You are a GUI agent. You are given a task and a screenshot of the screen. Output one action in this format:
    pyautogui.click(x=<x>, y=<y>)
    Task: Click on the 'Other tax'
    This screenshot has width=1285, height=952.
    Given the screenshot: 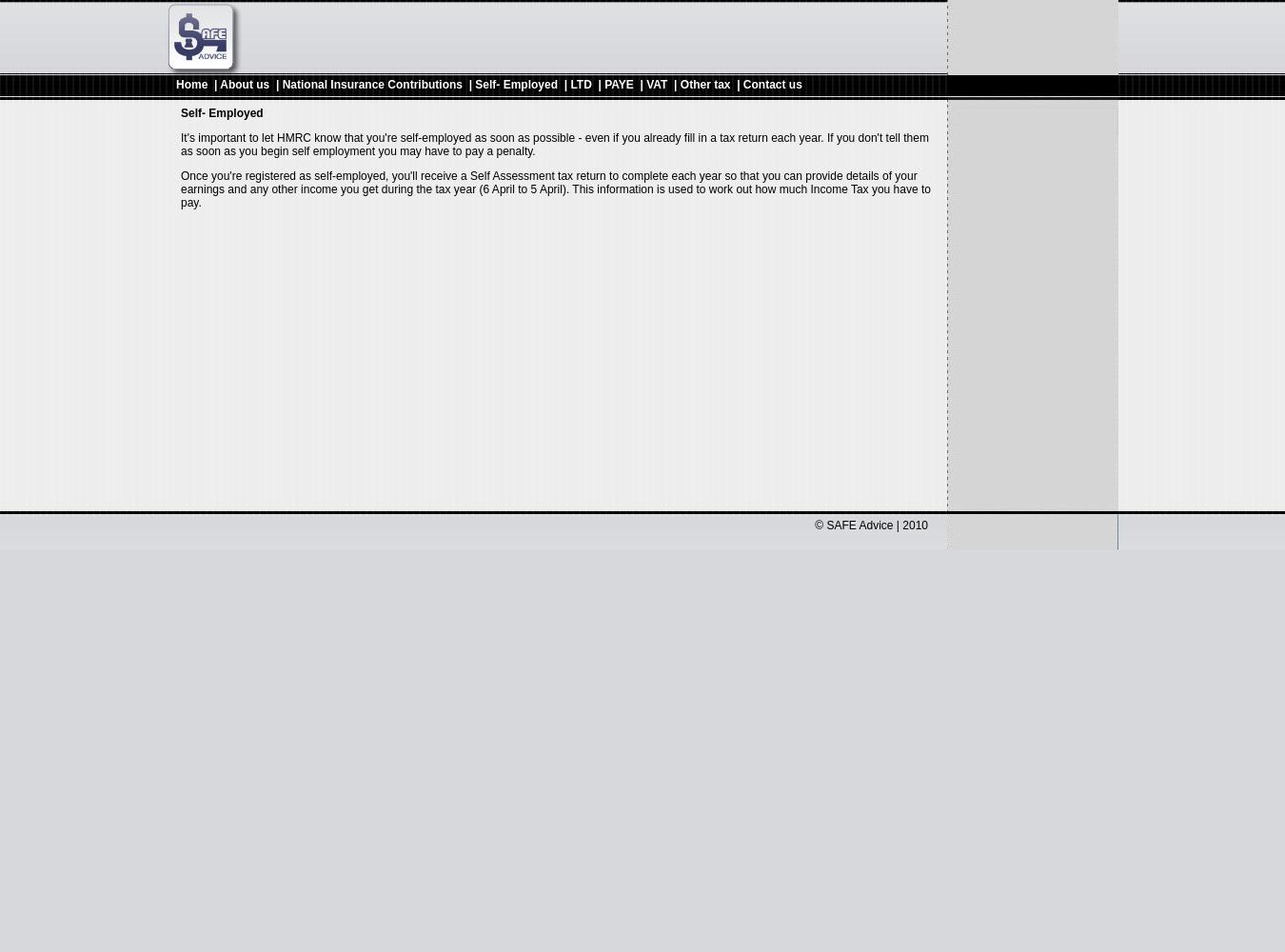 What is the action you would take?
    pyautogui.click(x=679, y=84)
    